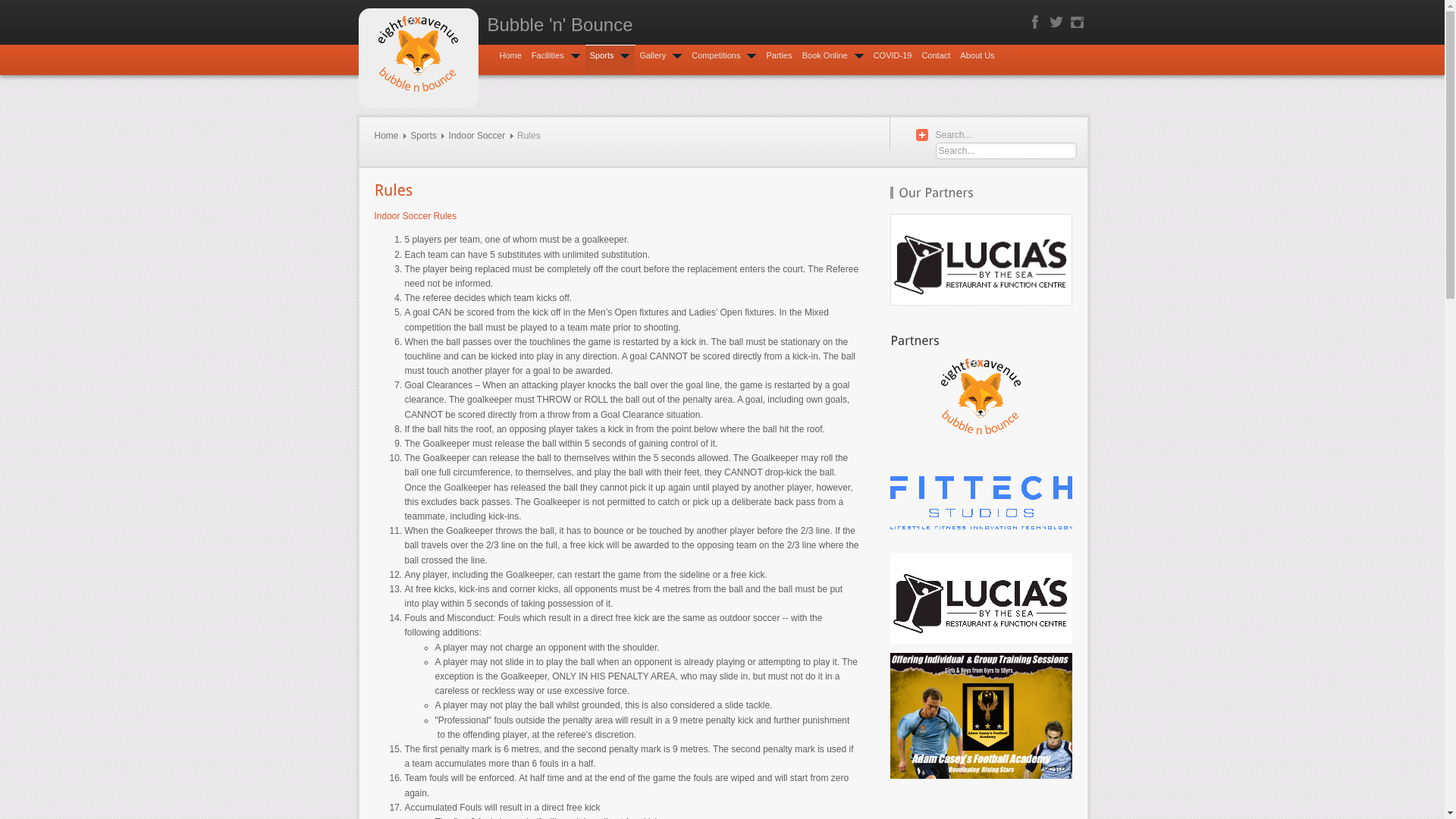  What do you see at coordinates (639, 60) in the screenshot?
I see `'Gallery'` at bounding box center [639, 60].